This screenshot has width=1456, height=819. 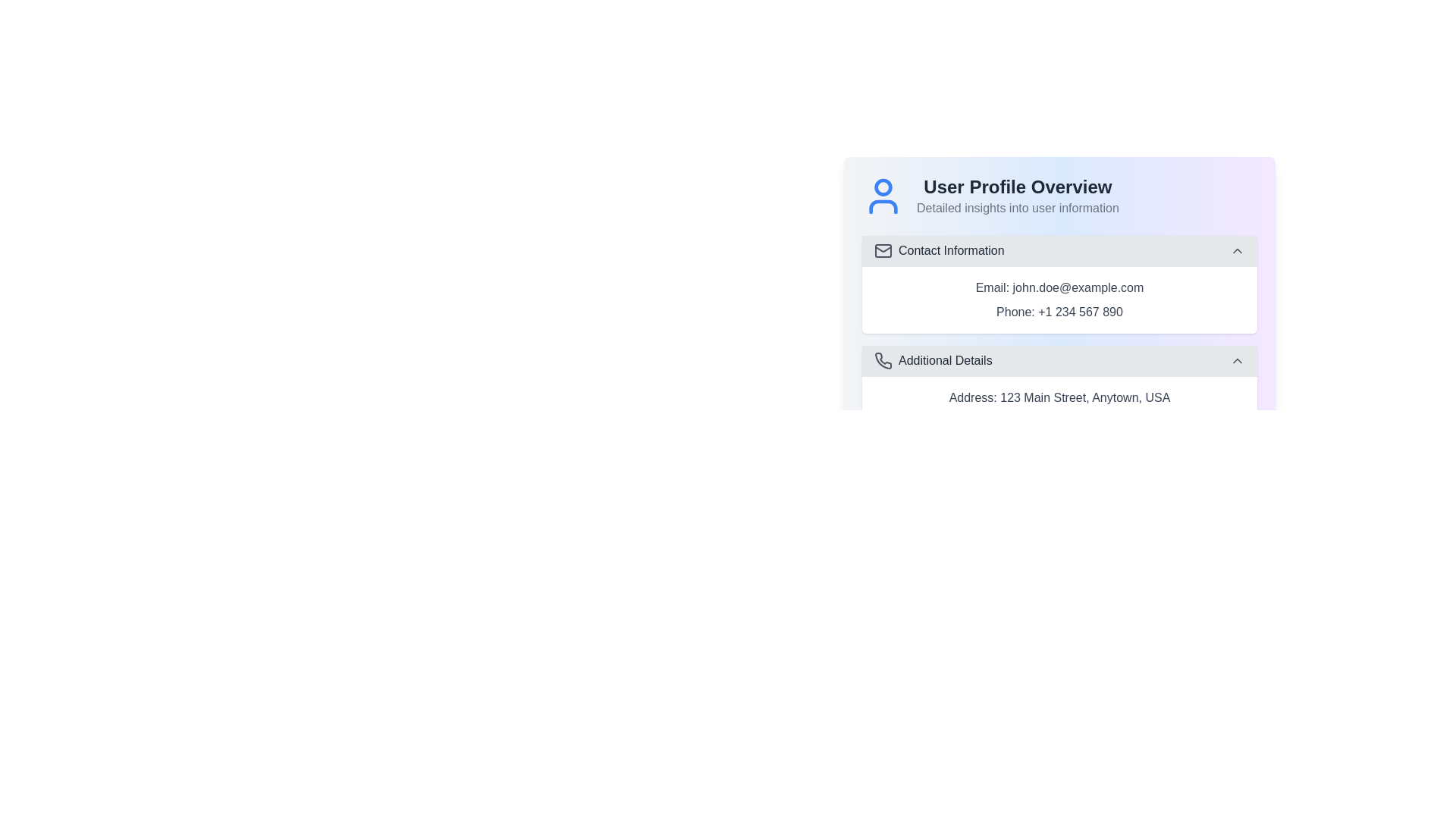 I want to click on the Text Header that serves as the title for the user profile section, positioned above the subtitle 'Detailed insights into user information', so click(x=1018, y=186).